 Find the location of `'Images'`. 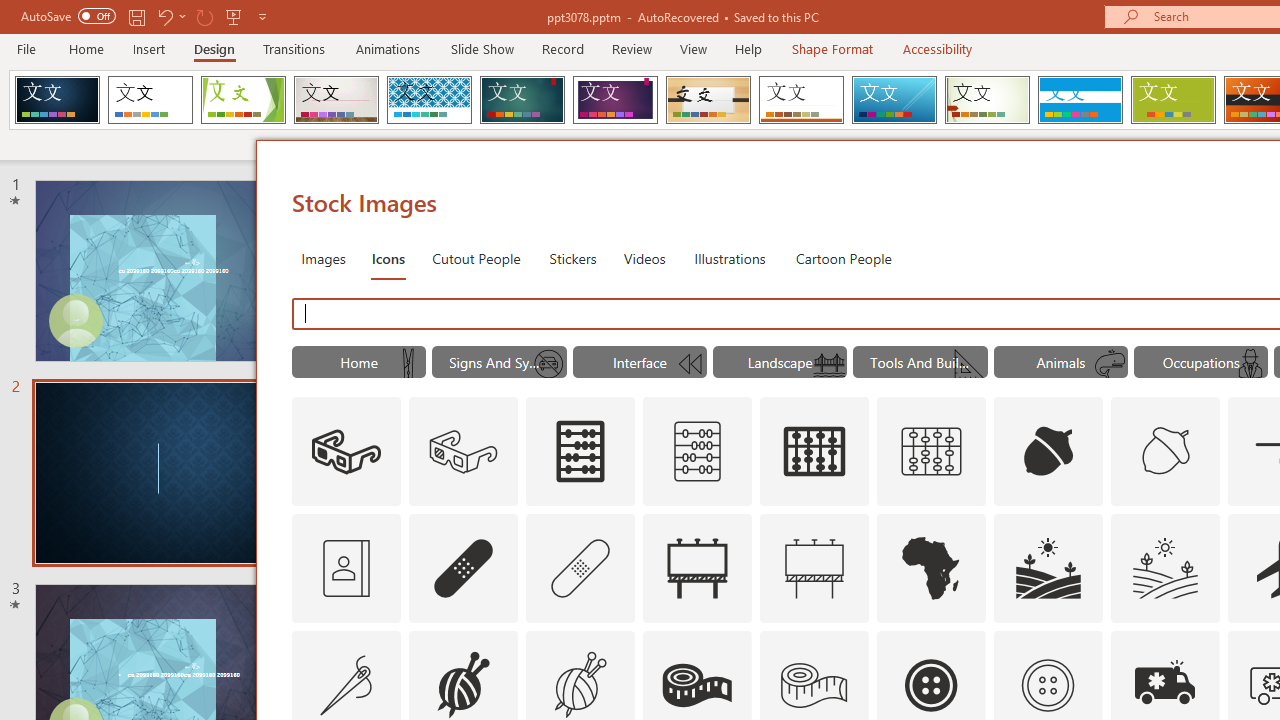

'Images' is located at coordinates (323, 257).